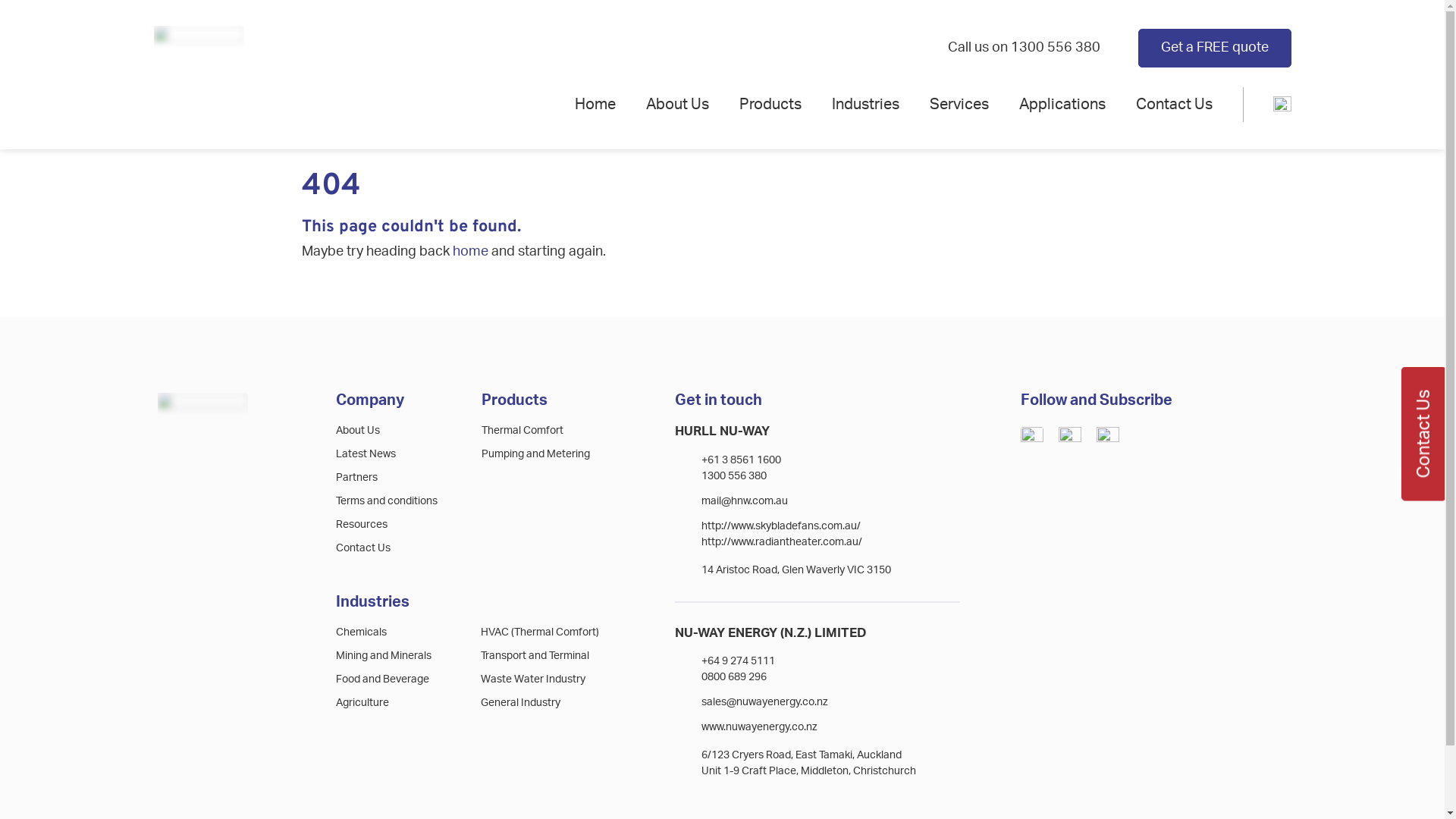 This screenshot has width=1456, height=819. What do you see at coordinates (362, 702) in the screenshot?
I see `'Agriculture'` at bounding box center [362, 702].